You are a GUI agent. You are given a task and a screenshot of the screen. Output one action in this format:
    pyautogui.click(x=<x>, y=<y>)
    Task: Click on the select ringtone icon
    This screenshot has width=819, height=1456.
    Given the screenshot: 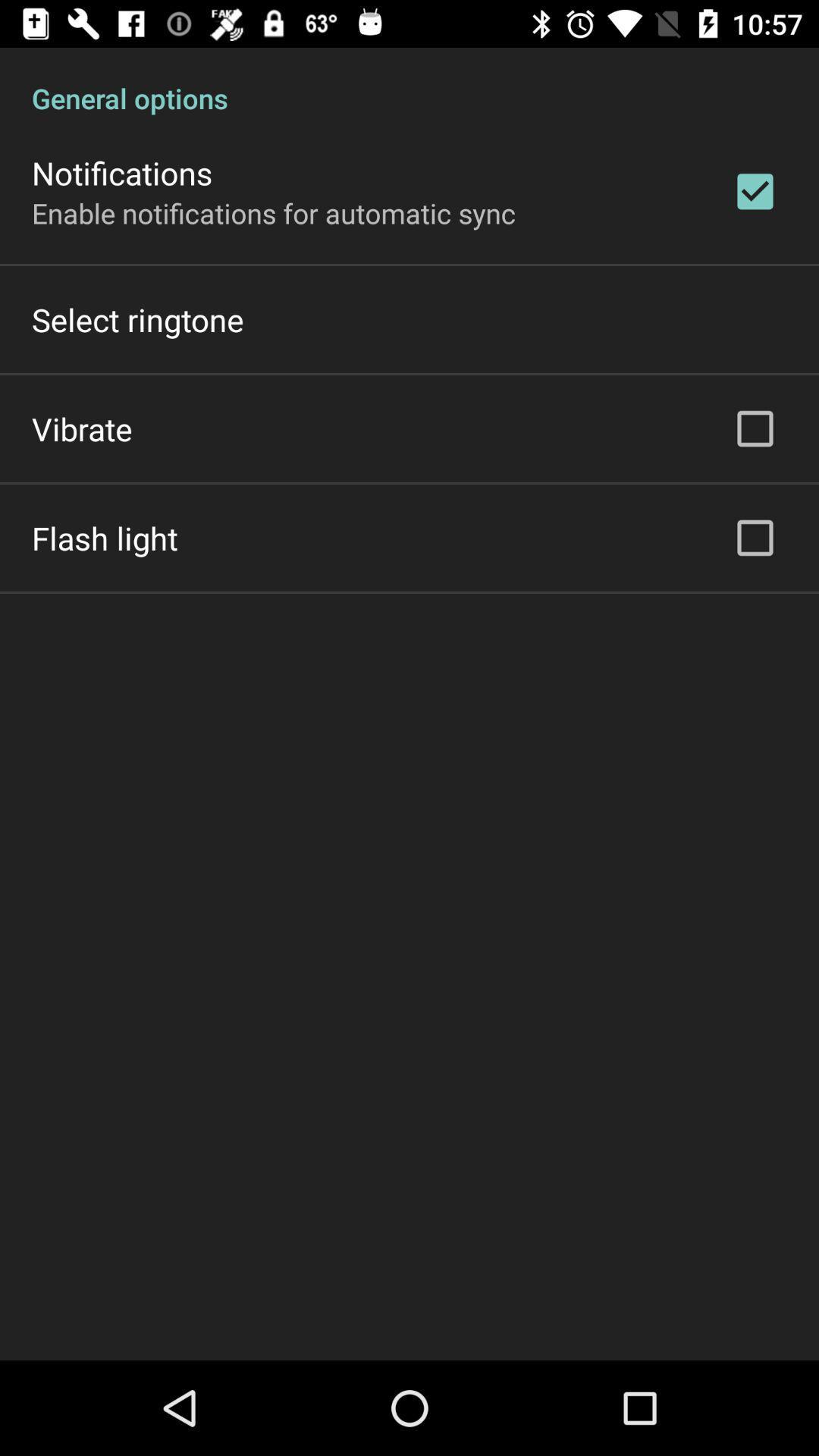 What is the action you would take?
    pyautogui.click(x=137, y=318)
    